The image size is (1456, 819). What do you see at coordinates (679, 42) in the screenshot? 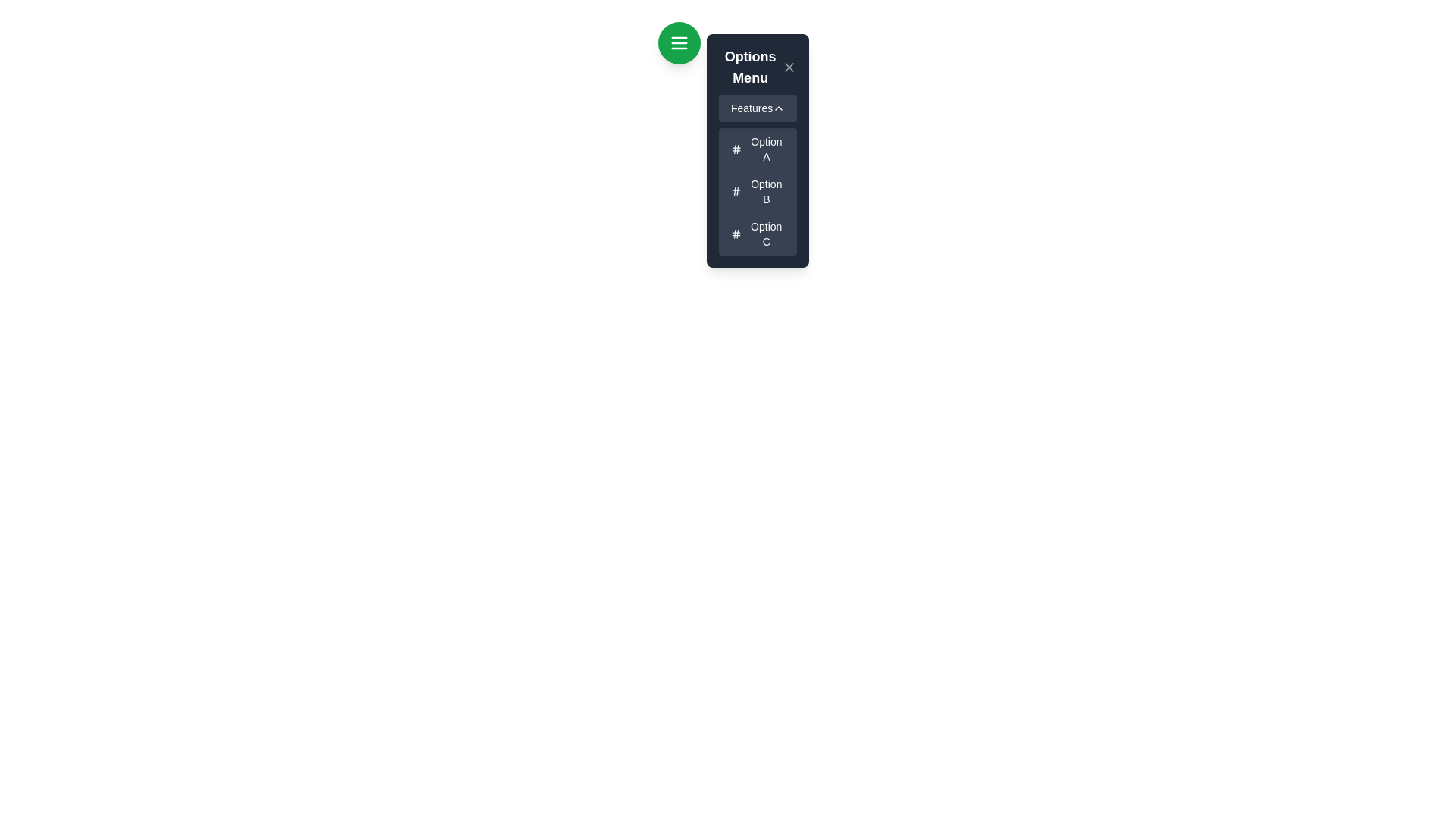
I see `the circular green button with white horizontal lines resembling a menu icon, located at the top-left corner above the 'Options Menu'` at bounding box center [679, 42].